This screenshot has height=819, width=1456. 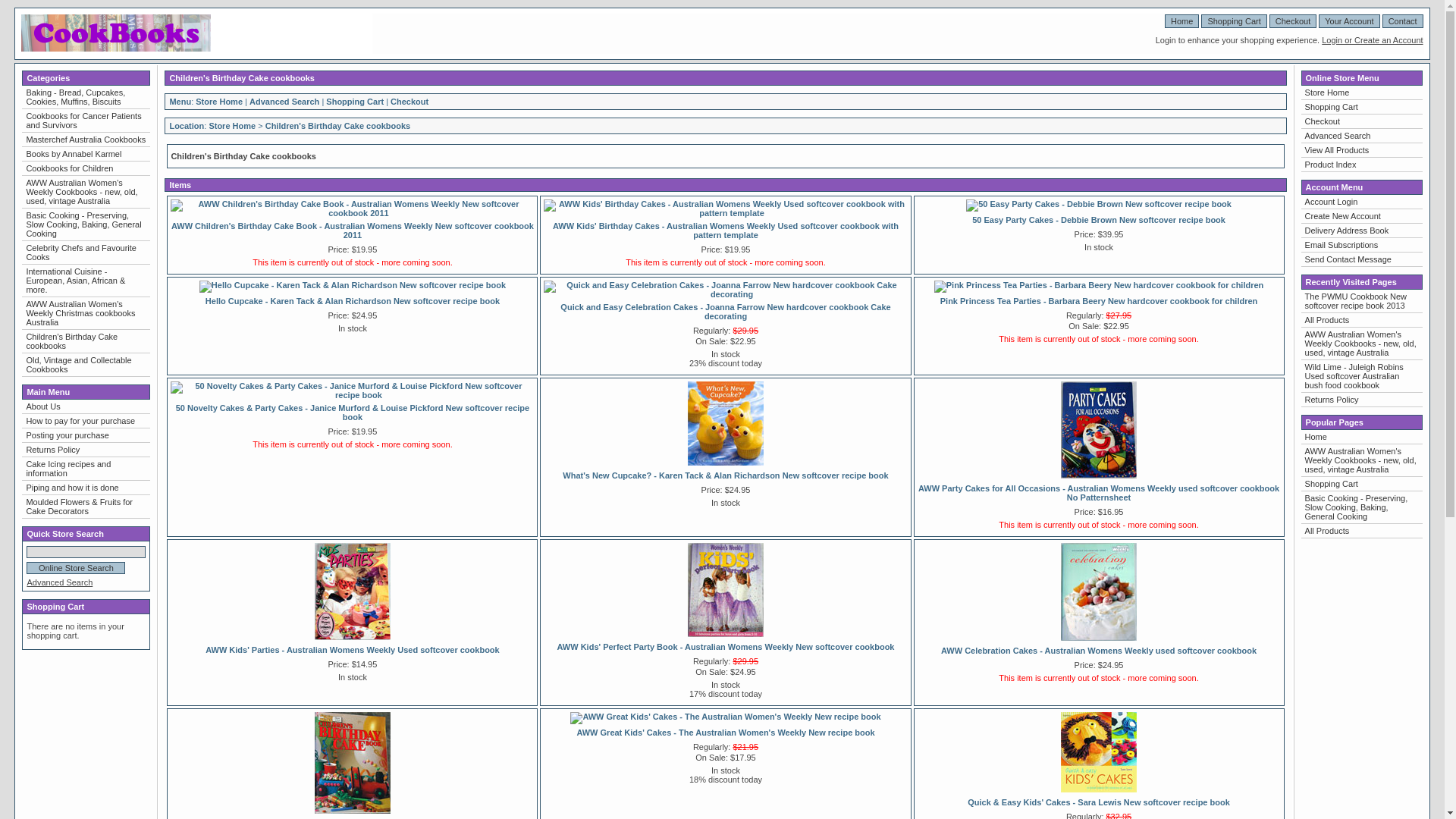 I want to click on 'The PWMU Cookbook New softcover recipe book 2013', so click(x=1361, y=301).